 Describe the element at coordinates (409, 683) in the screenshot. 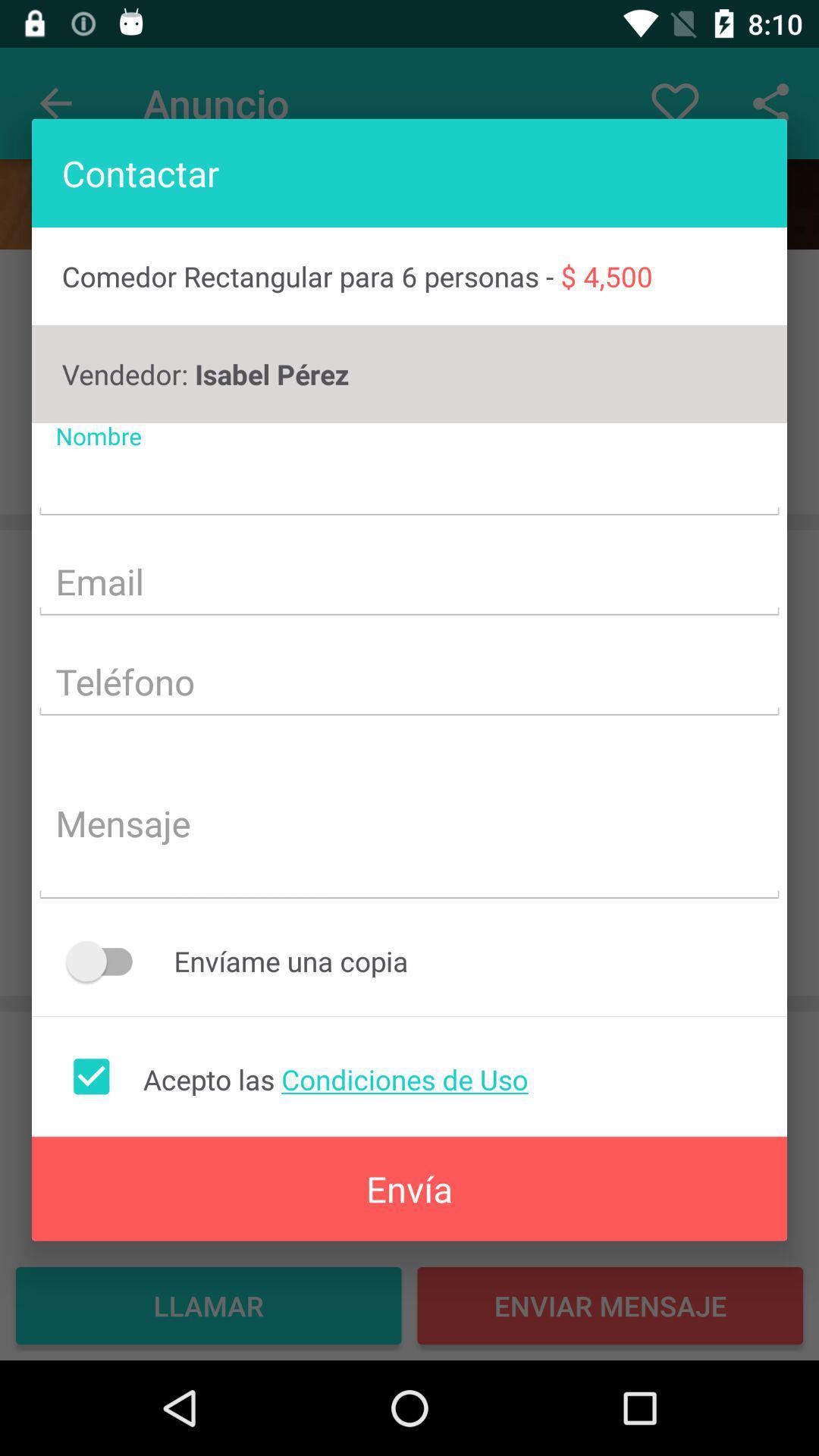

I see `fill up box` at that location.